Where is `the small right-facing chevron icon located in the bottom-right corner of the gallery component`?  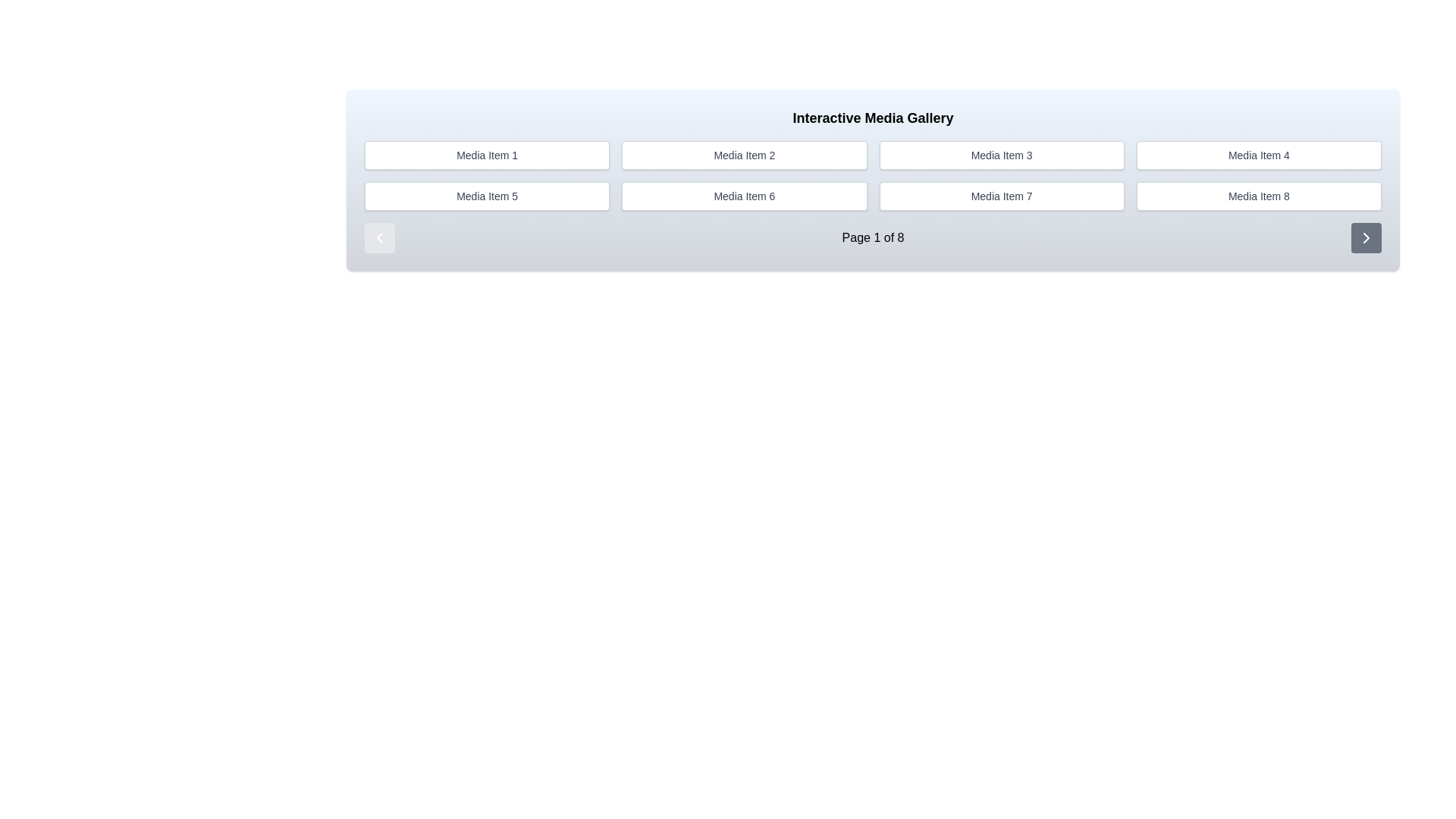 the small right-facing chevron icon located in the bottom-right corner of the gallery component is located at coordinates (1366, 237).